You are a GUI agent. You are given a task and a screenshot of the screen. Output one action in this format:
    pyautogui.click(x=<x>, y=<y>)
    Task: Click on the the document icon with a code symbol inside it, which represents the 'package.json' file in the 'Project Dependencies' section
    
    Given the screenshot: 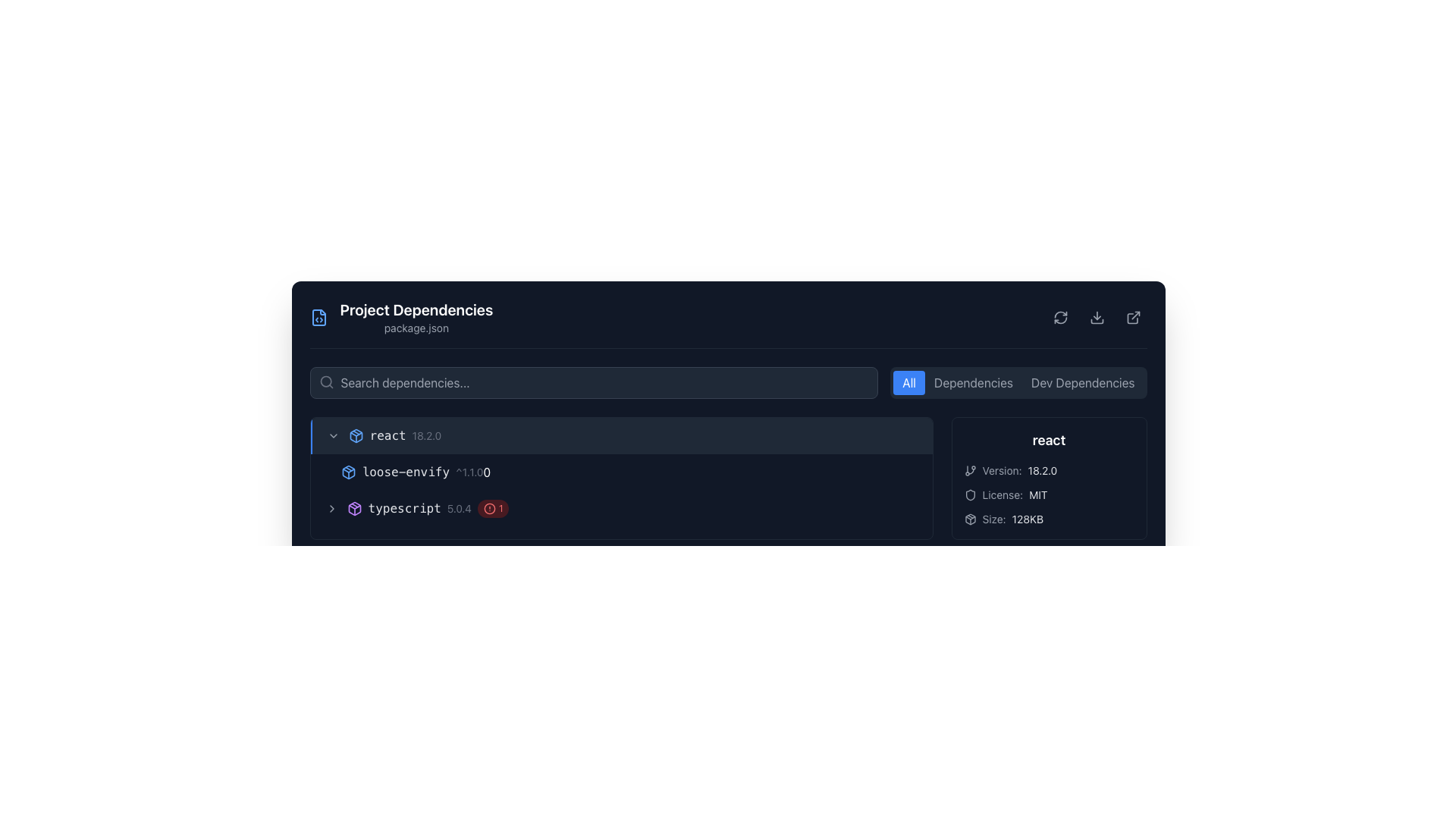 What is the action you would take?
    pyautogui.click(x=318, y=317)
    